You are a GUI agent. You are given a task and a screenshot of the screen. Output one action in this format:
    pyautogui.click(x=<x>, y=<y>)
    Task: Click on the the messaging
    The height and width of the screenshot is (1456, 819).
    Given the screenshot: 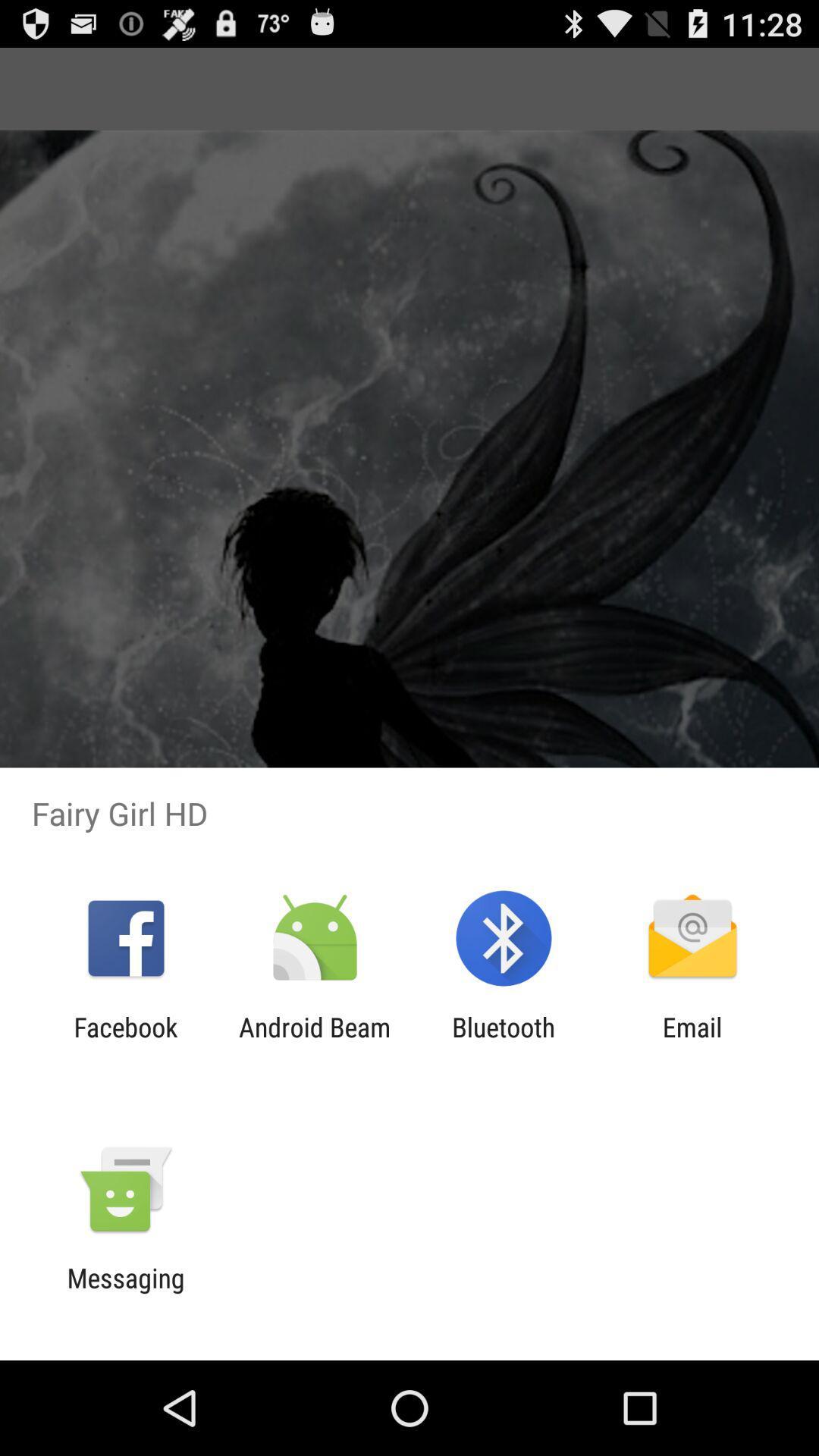 What is the action you would take?
    pyautogui.click(x=125, y=1293)
    